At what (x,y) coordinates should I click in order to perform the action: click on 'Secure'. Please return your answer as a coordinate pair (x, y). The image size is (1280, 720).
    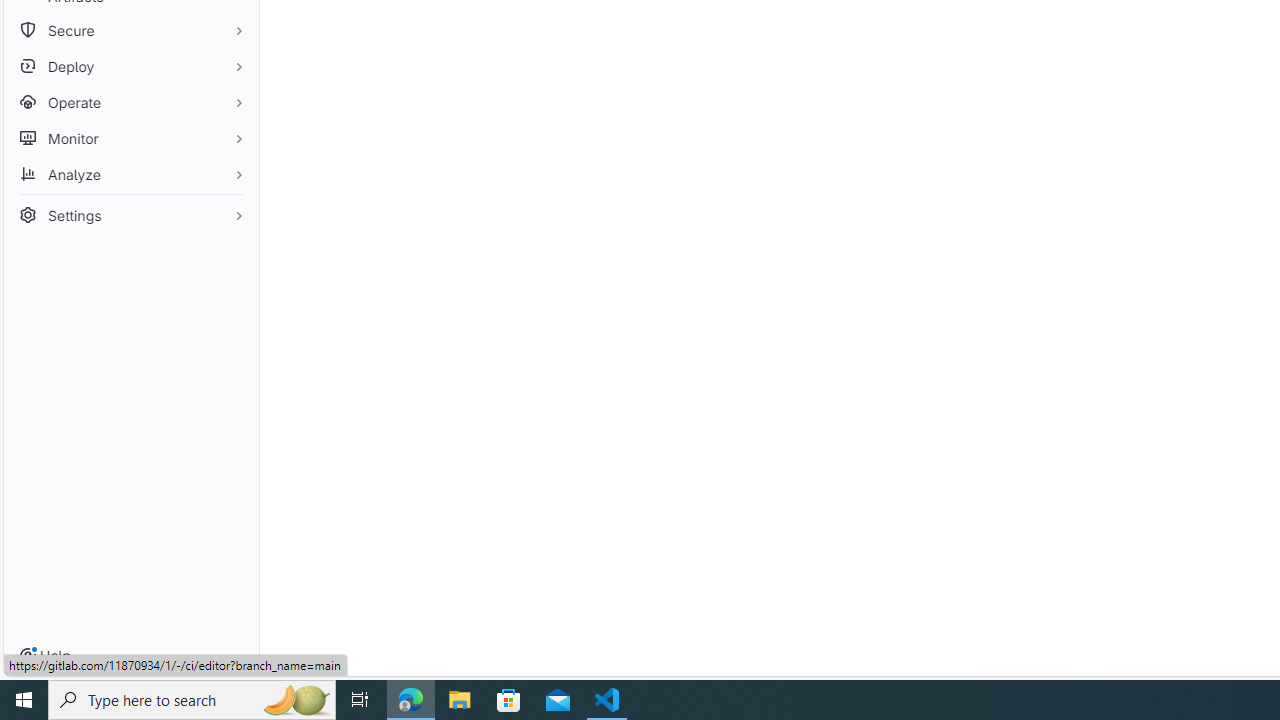
    Looking at the image, I should click on (130, 30).